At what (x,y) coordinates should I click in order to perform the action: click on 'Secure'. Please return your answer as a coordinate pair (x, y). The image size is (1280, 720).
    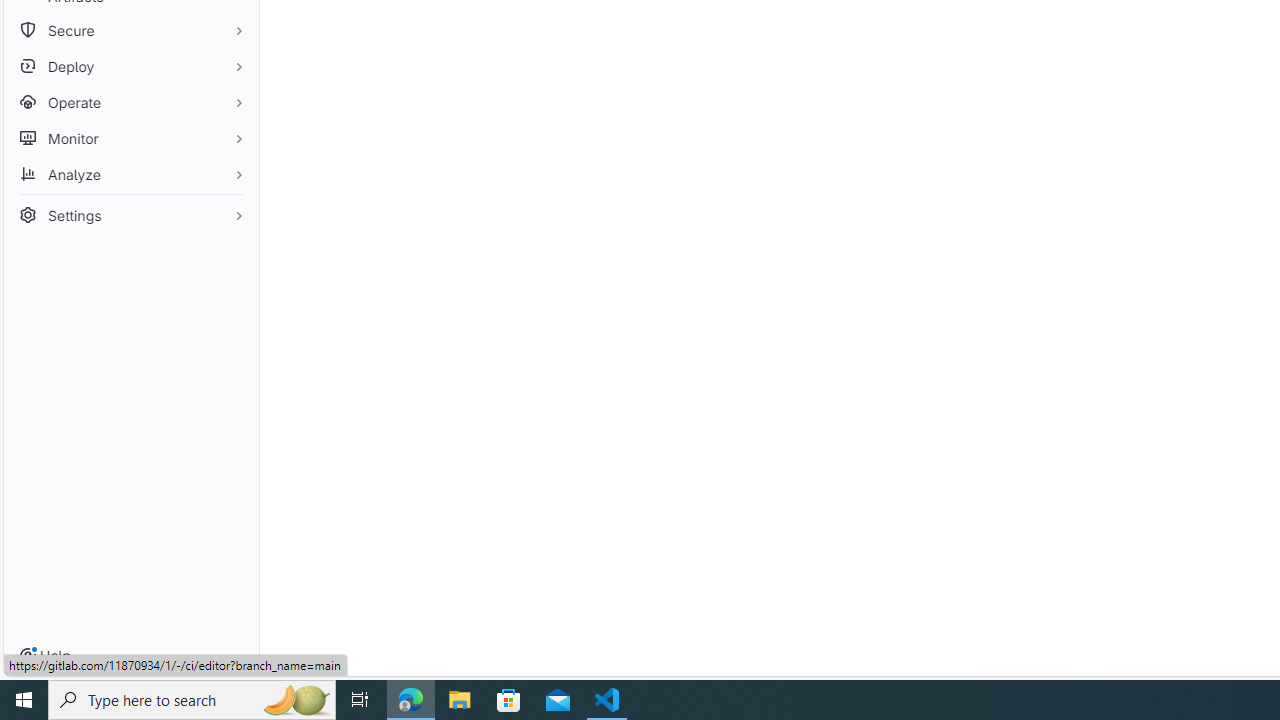
    Looking at the image, I should click on (130, 30).